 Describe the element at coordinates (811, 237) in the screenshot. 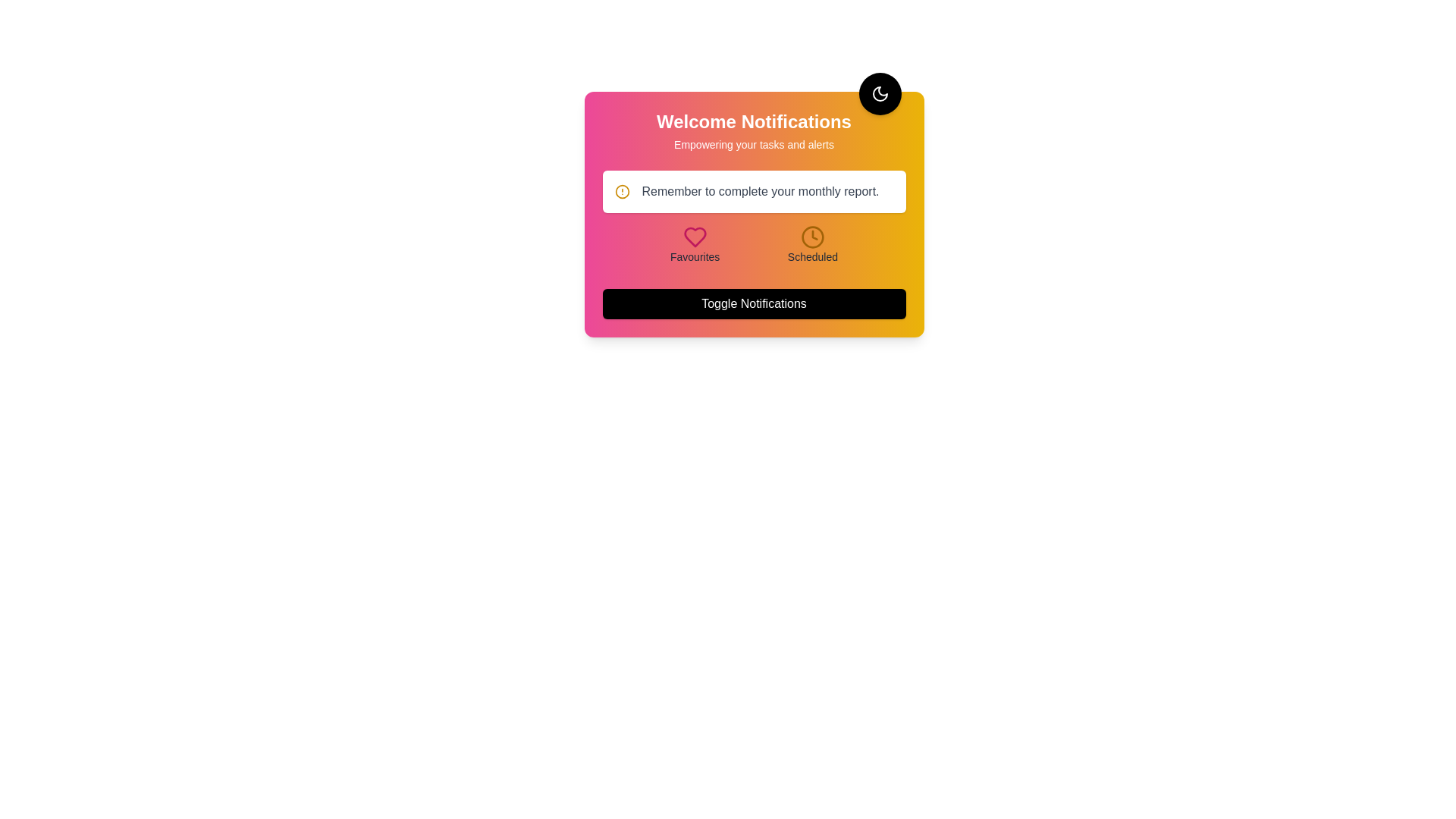

I see `the circular border of the clock icon, which is located on the right side of the 'Scheduled' label in the notification card` at that location.